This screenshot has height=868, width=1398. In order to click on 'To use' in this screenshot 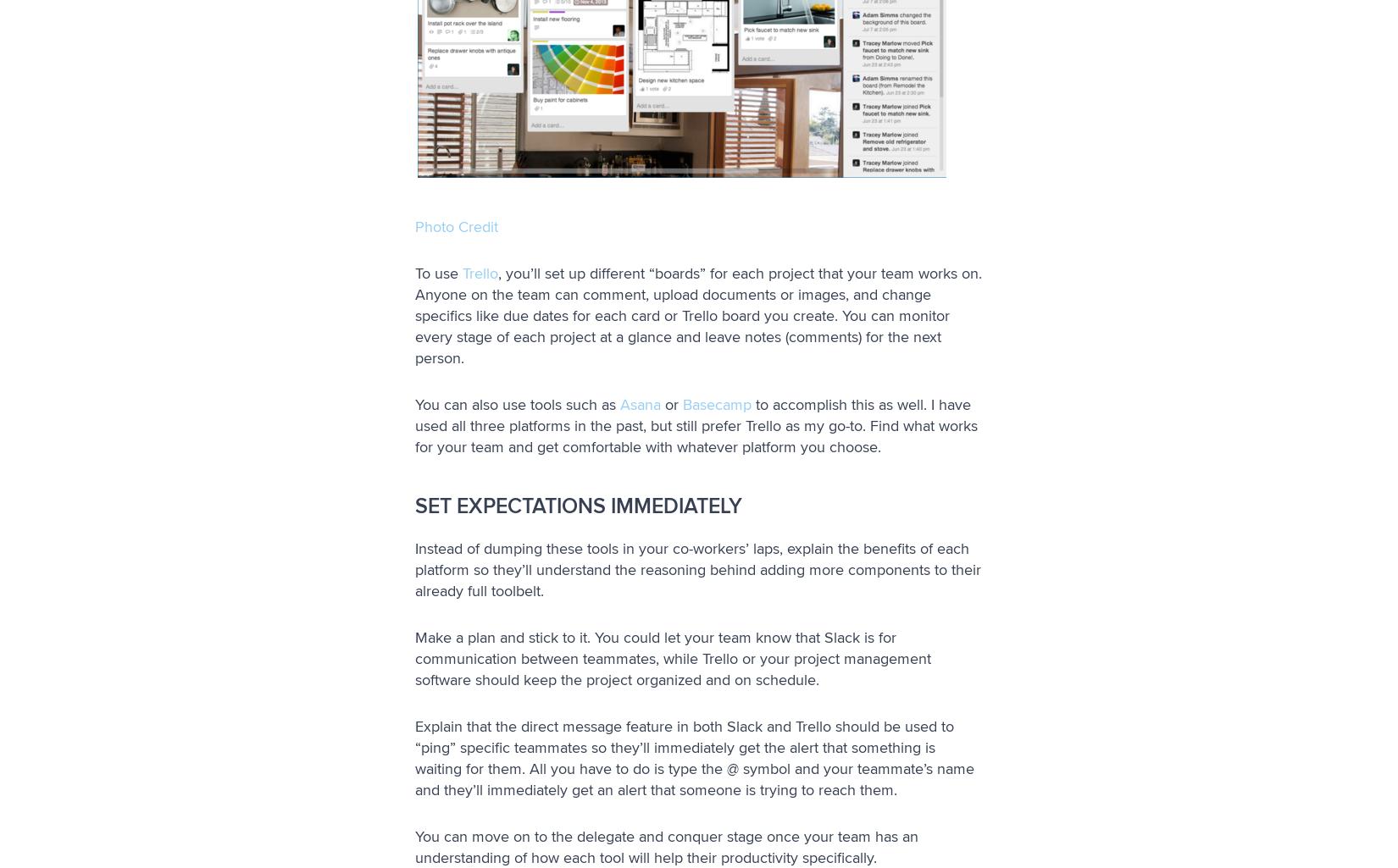, I will do `click(437, 273)`.